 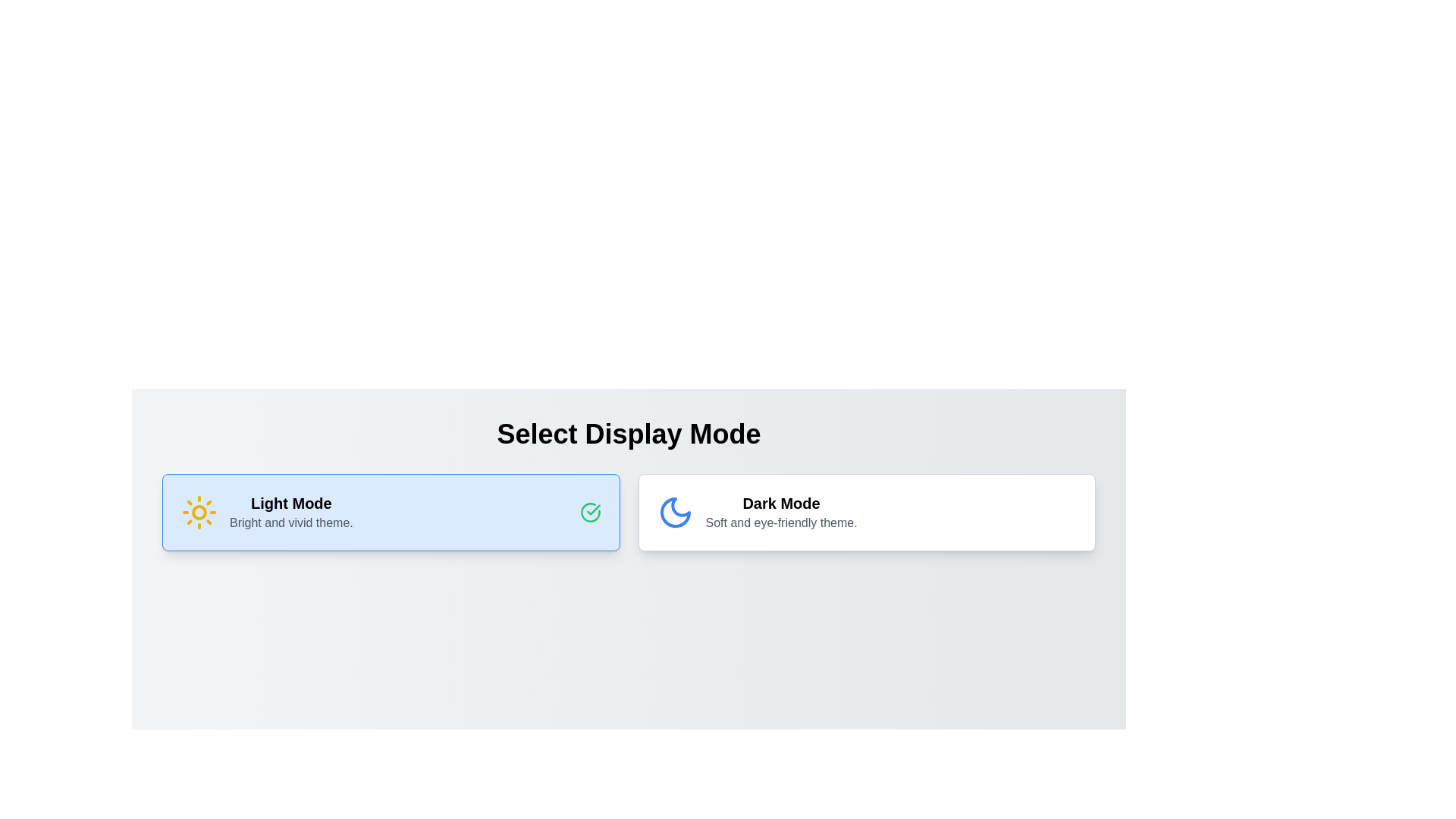 I want to click on the Text Label displaying 'Dark Mode' with the subtitle 'Soft and eye-friendly theme.' located in the center-right side of the interface, so click(x=781, y=512).